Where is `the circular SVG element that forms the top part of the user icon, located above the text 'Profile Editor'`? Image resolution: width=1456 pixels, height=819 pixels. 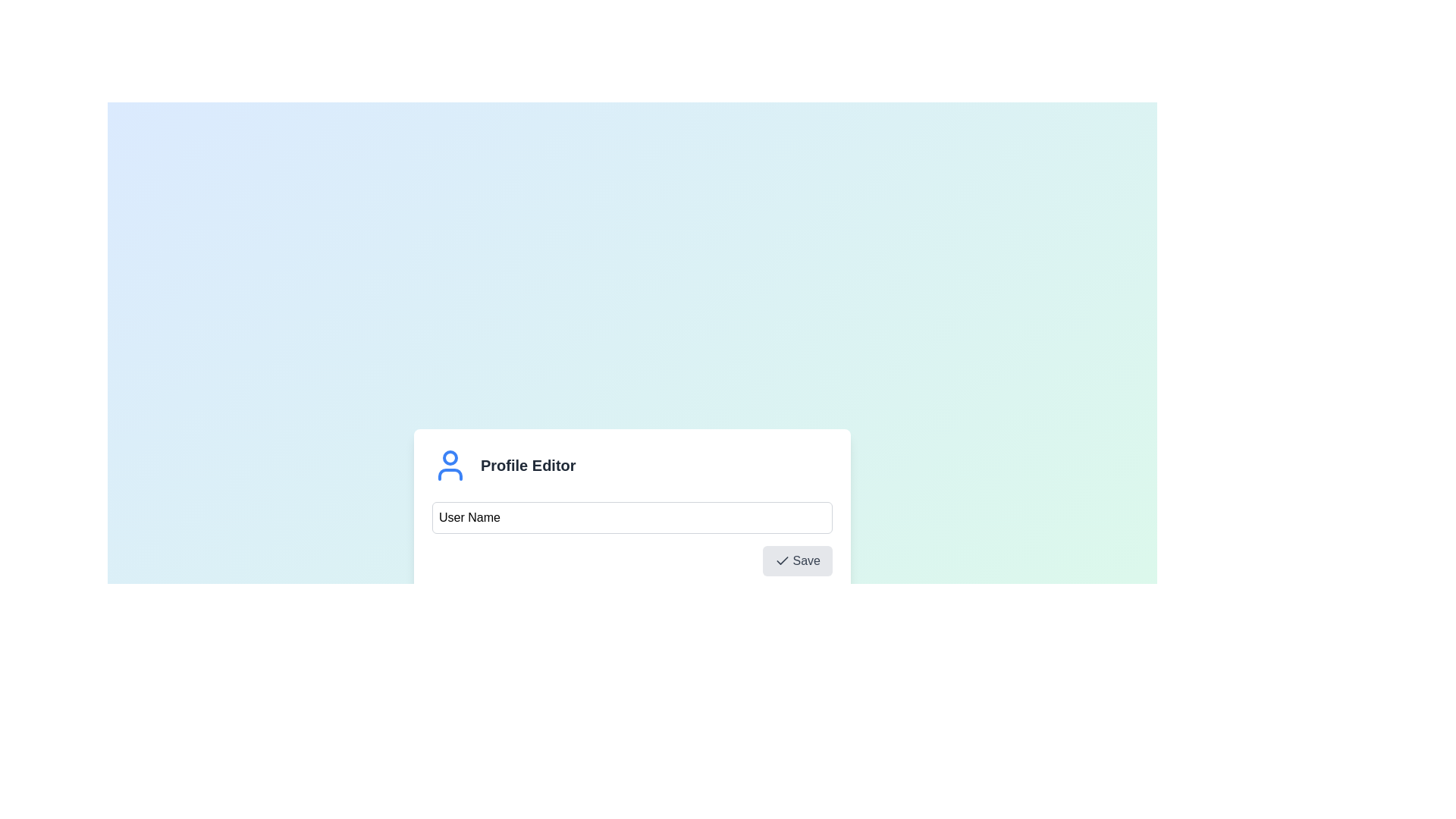 the circular SVG element that forms the top part of the user icon, located above the text 'Profile Editor' is located at coordinates (450, 457).